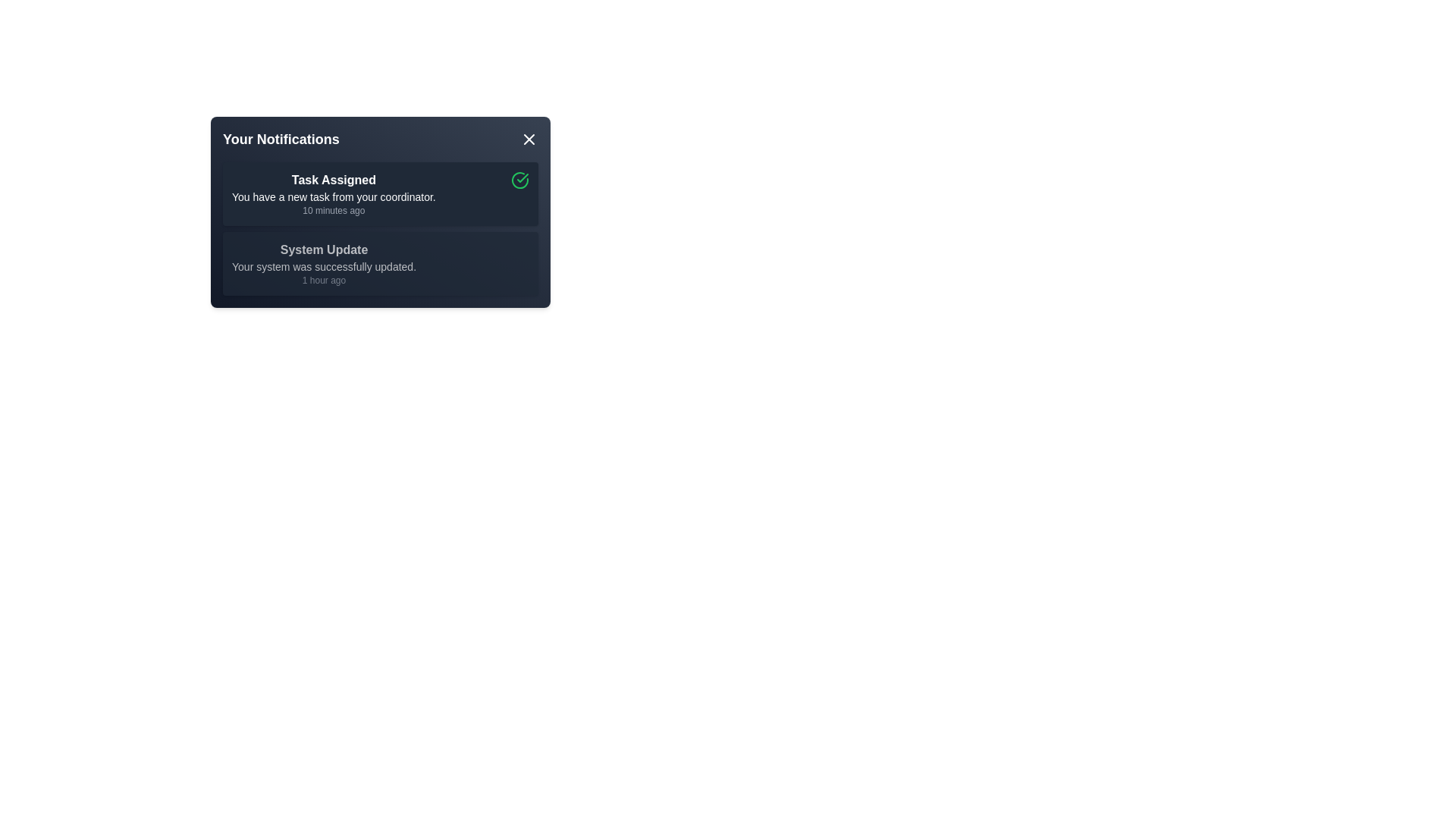  I want to click on the first notification item located in the 'Your Notifications' panel, which includes the title, context, and timestamp of the assigned task, so click(333, 193).